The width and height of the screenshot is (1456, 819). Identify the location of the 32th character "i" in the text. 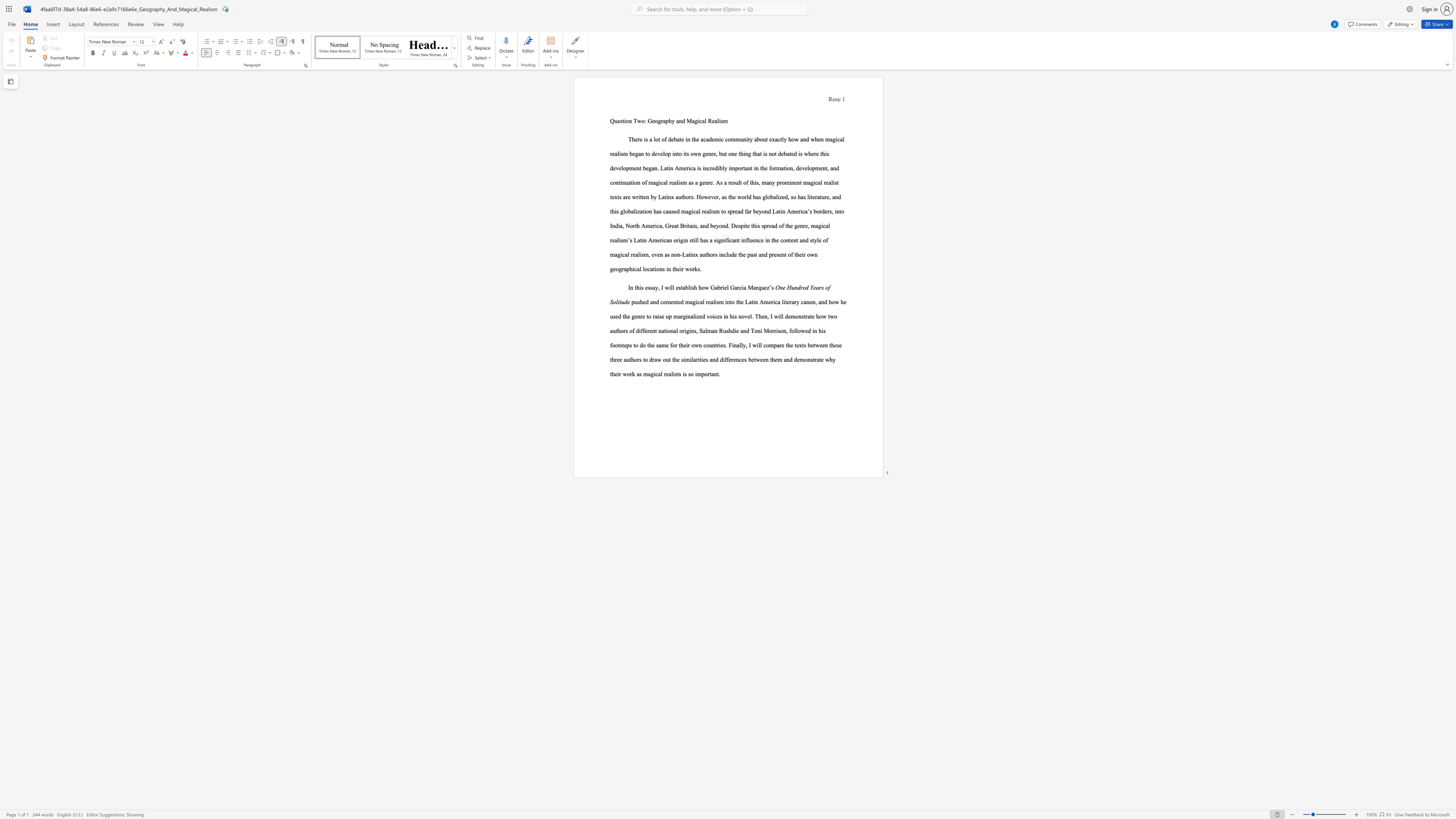
(809, 196).